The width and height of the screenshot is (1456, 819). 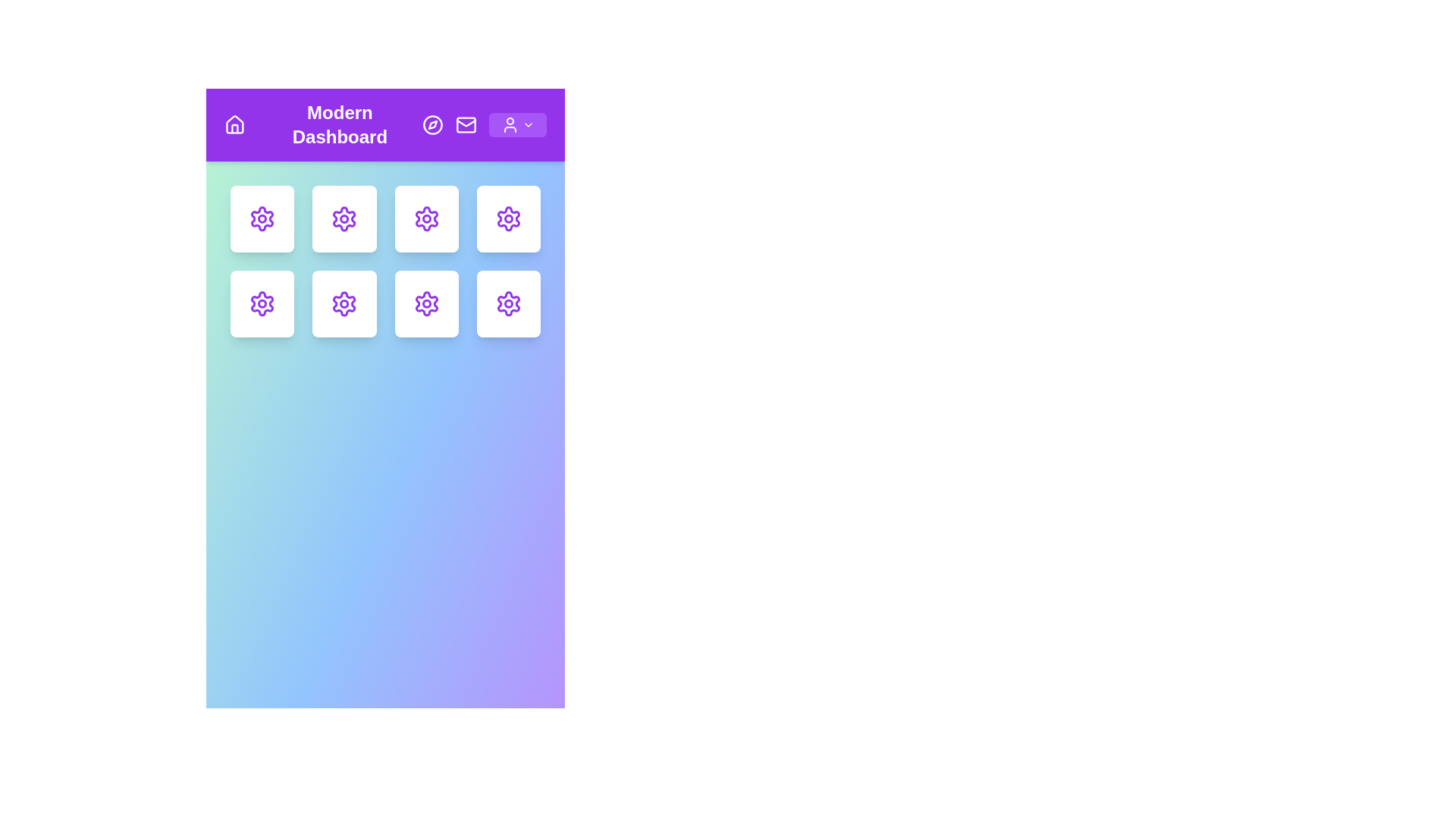 What do you see at coordinates (432, 124) in the screenshot?
I see `the Compass navigation icon` at bounding box center [432, 124].